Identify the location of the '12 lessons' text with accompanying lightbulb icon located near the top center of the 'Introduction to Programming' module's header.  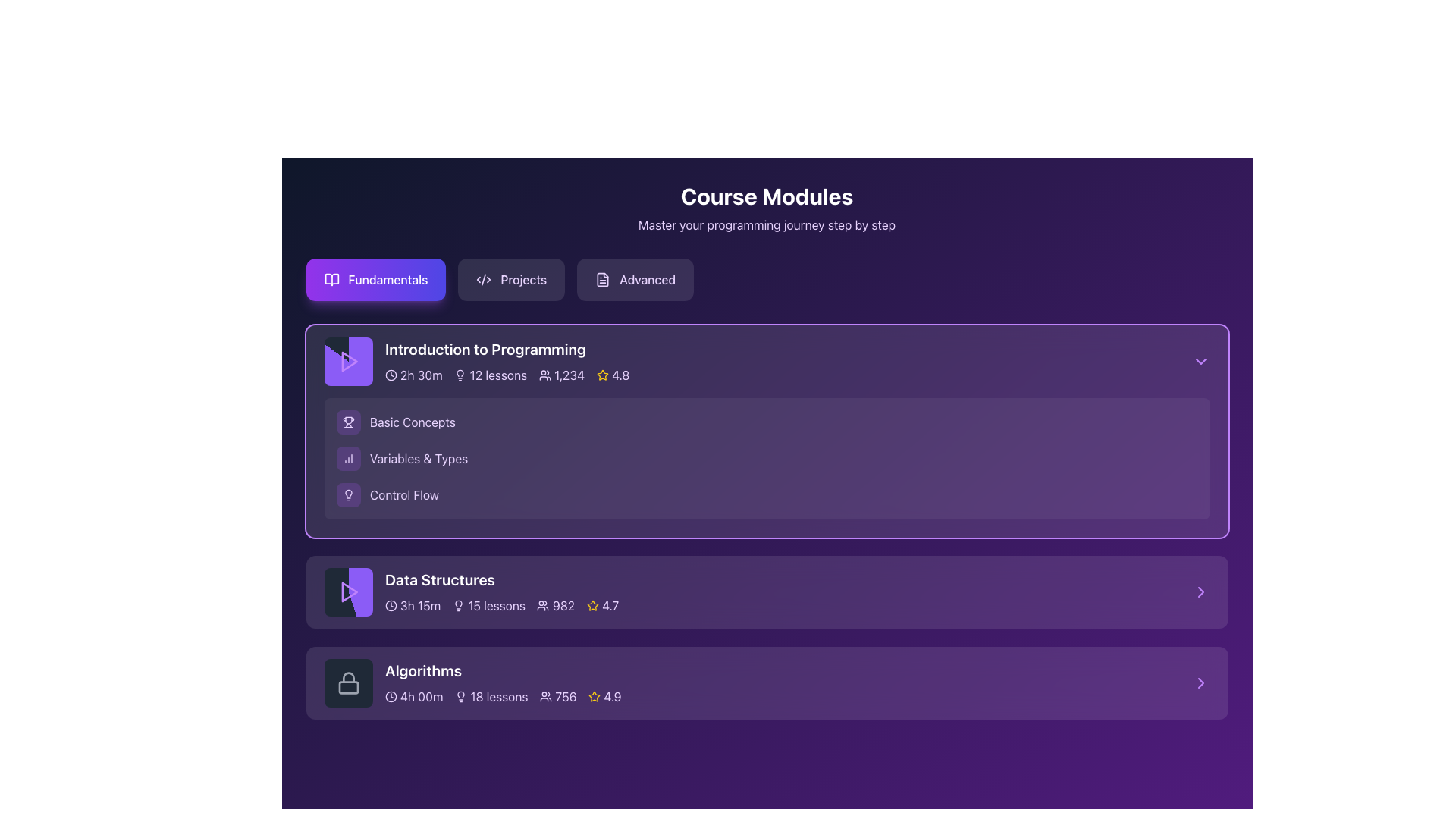
(490, 375).